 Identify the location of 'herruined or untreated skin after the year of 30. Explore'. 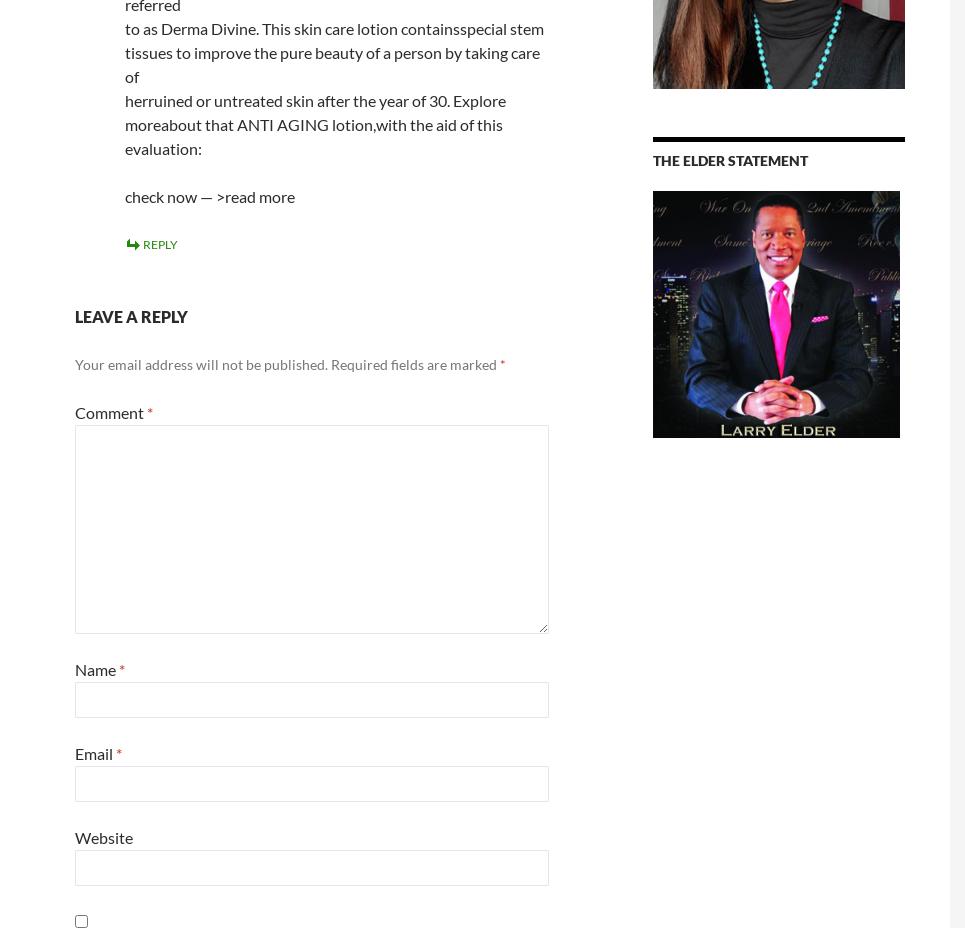
(313, 99).